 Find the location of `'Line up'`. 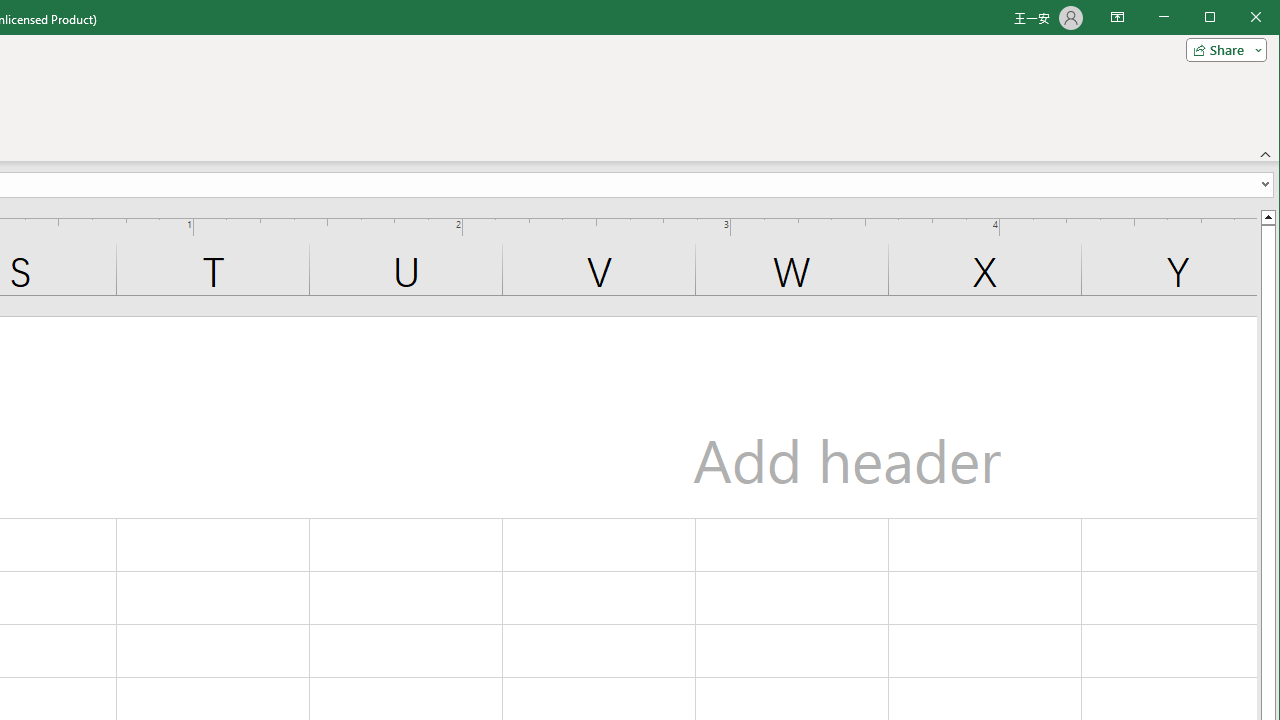

'Line up' is located at coordinates (1267, 216).